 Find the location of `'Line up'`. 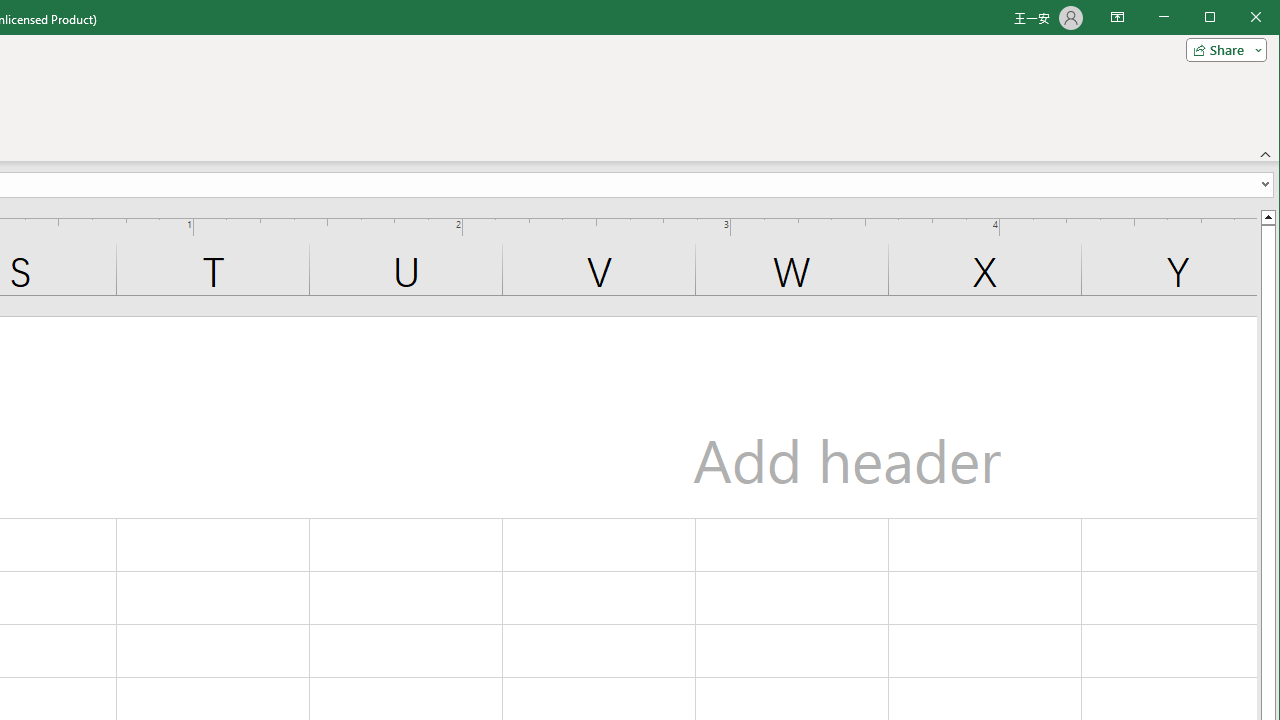

'Line up' is located at coordinates (1267, 216).